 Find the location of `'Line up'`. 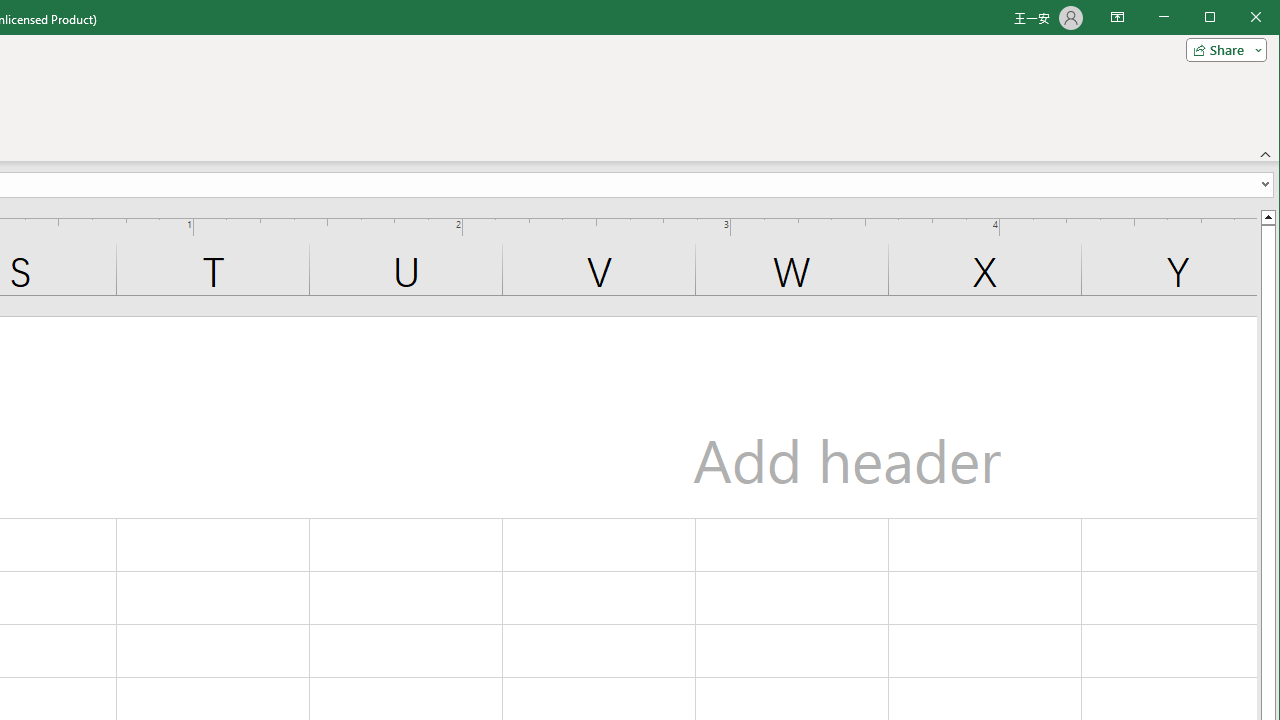

'Line up' is located at coordinates (1267, 216).